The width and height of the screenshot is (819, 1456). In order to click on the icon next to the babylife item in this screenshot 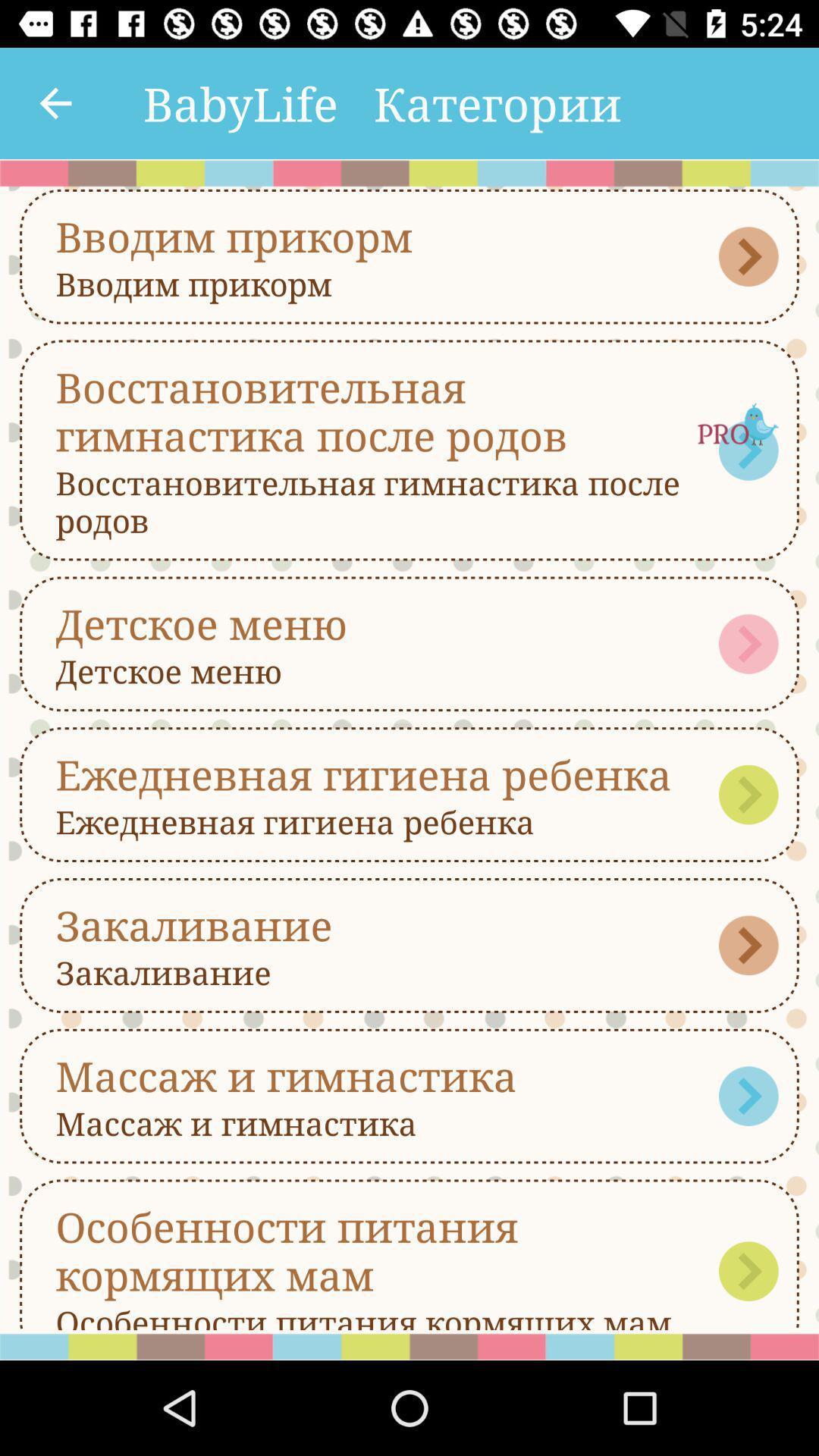, I will do `click(55, 102)`.